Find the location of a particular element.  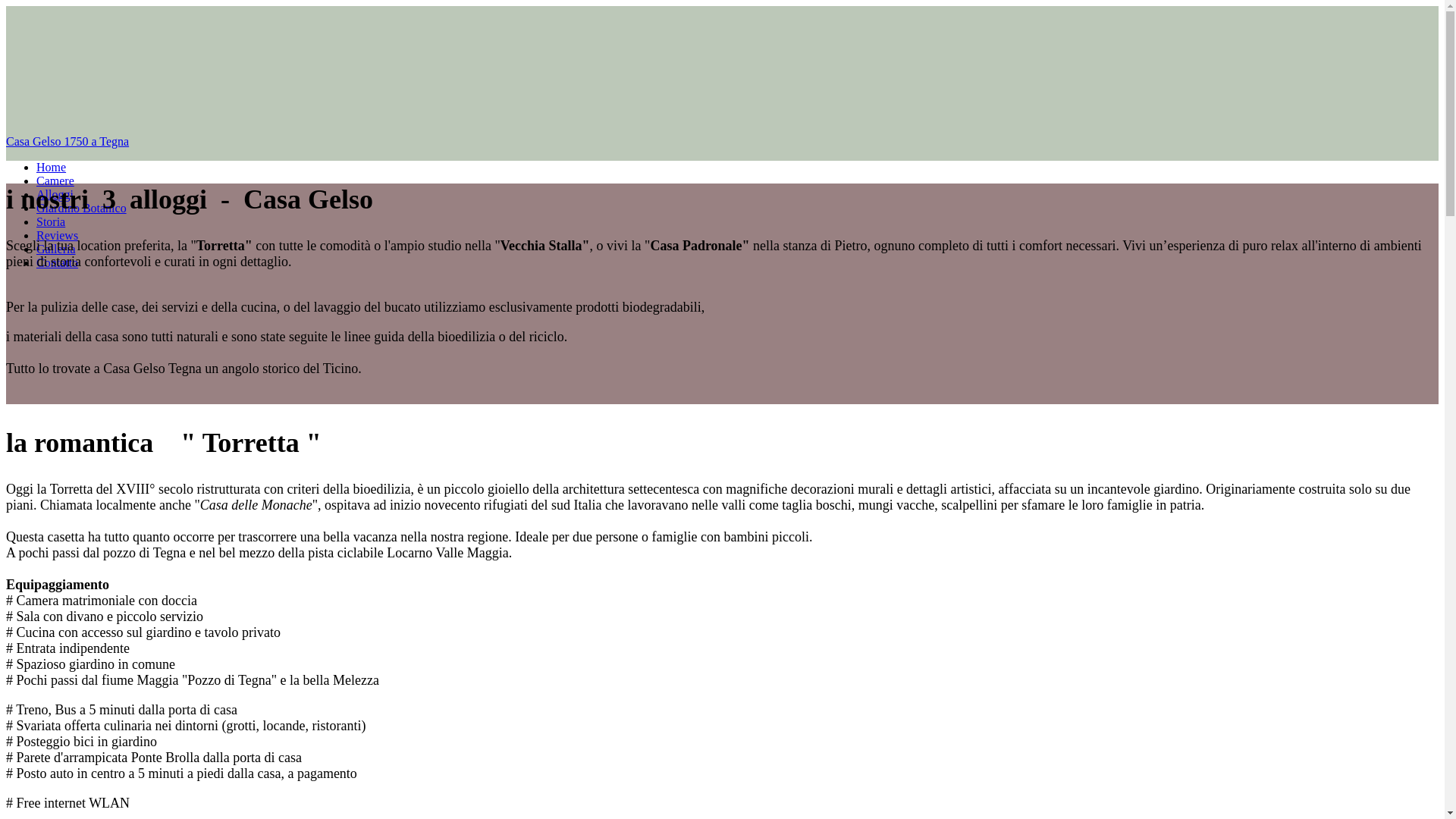

'Reviews' is located at coordinates (36, 235).